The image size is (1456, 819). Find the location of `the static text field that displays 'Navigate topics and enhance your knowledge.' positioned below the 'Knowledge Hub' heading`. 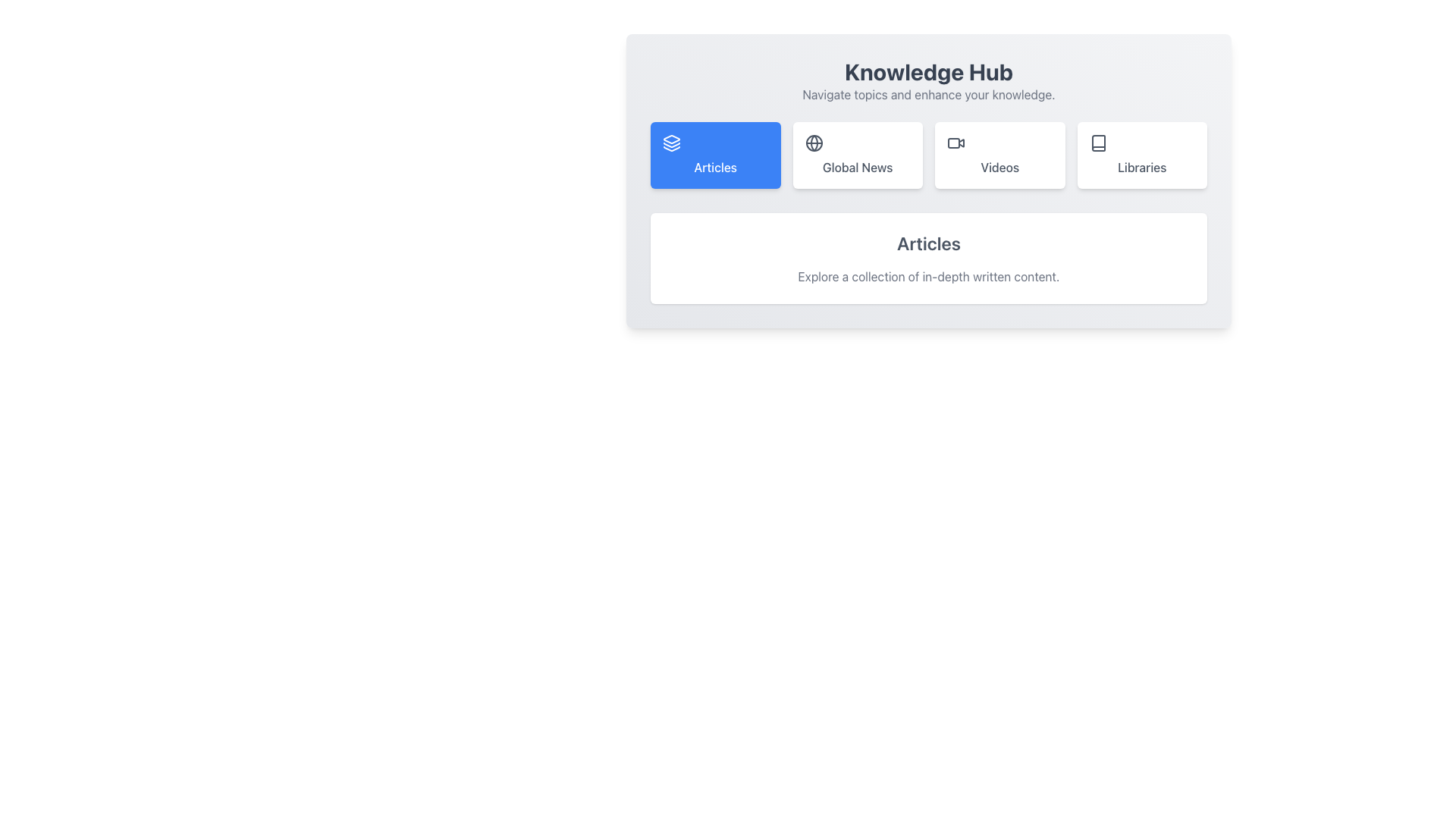

the static text field that displays 'Navigate topics and enhance your knowledge.' positioned below the 'Knowledge Hub' heading is located at coordinates (927, 94).